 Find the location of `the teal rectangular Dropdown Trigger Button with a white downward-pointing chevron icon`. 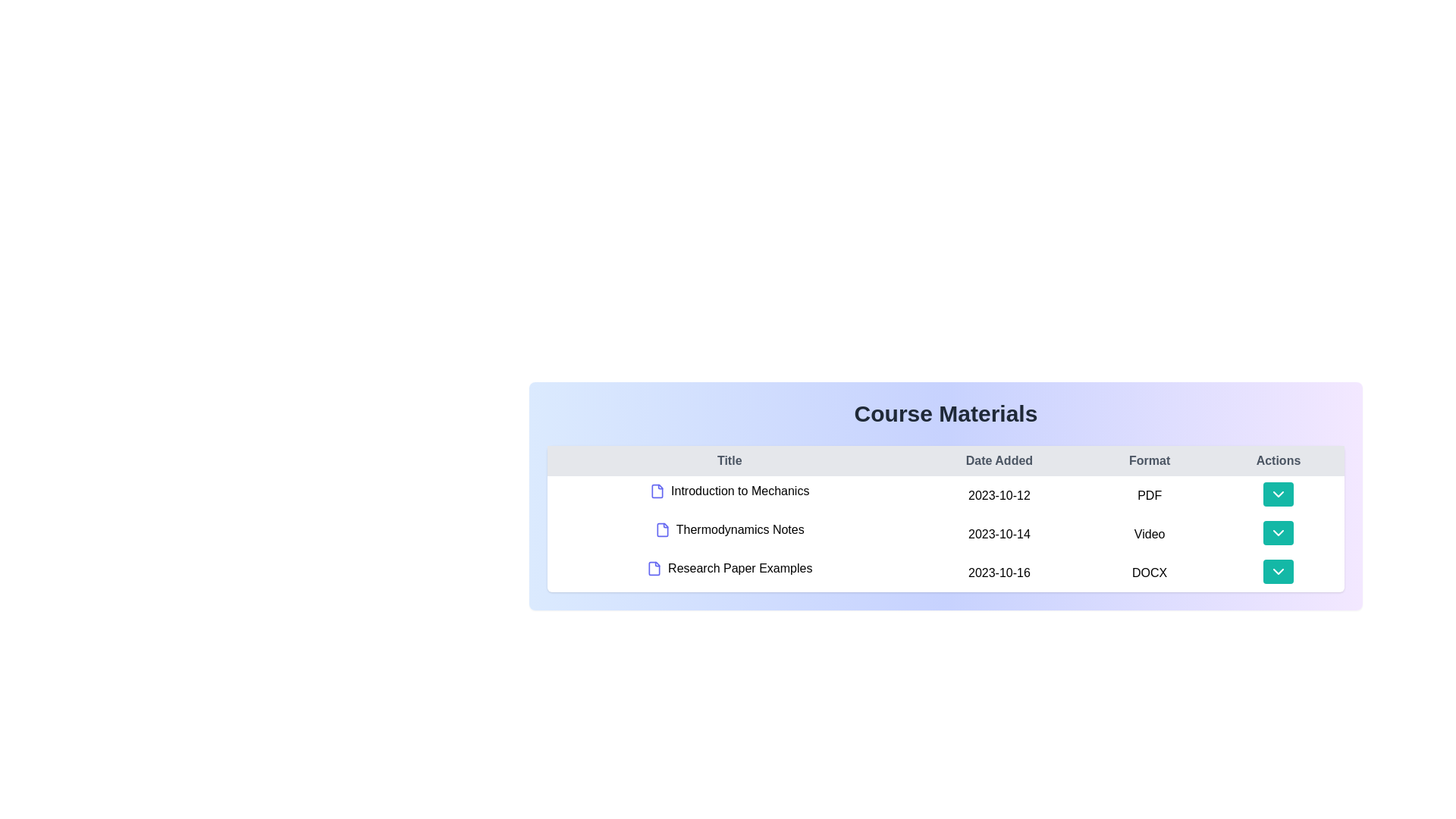

the teal rectangular Dropdown Trigger Button with a white downward-pointing chevron icon is located at coordinates (1277, 495).